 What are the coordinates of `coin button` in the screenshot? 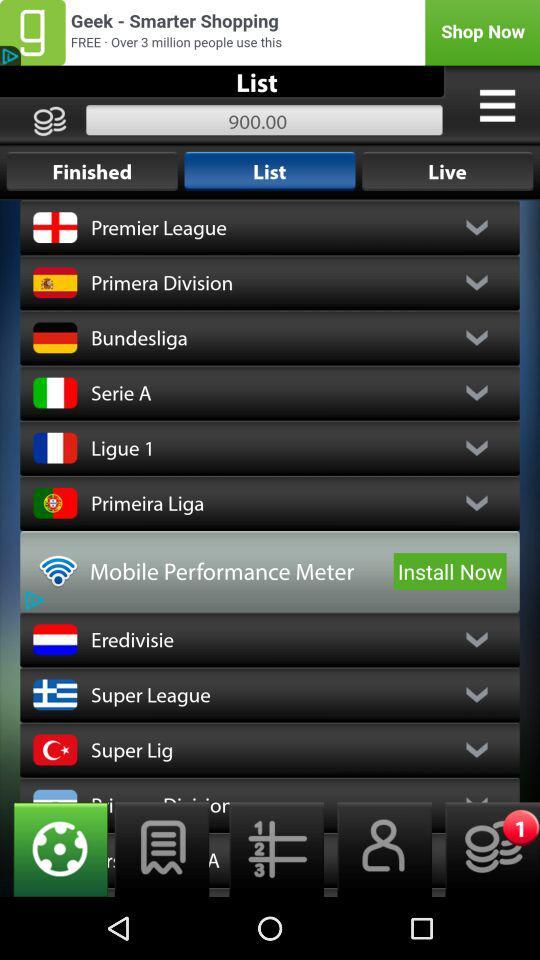 It's located at (485, 848).